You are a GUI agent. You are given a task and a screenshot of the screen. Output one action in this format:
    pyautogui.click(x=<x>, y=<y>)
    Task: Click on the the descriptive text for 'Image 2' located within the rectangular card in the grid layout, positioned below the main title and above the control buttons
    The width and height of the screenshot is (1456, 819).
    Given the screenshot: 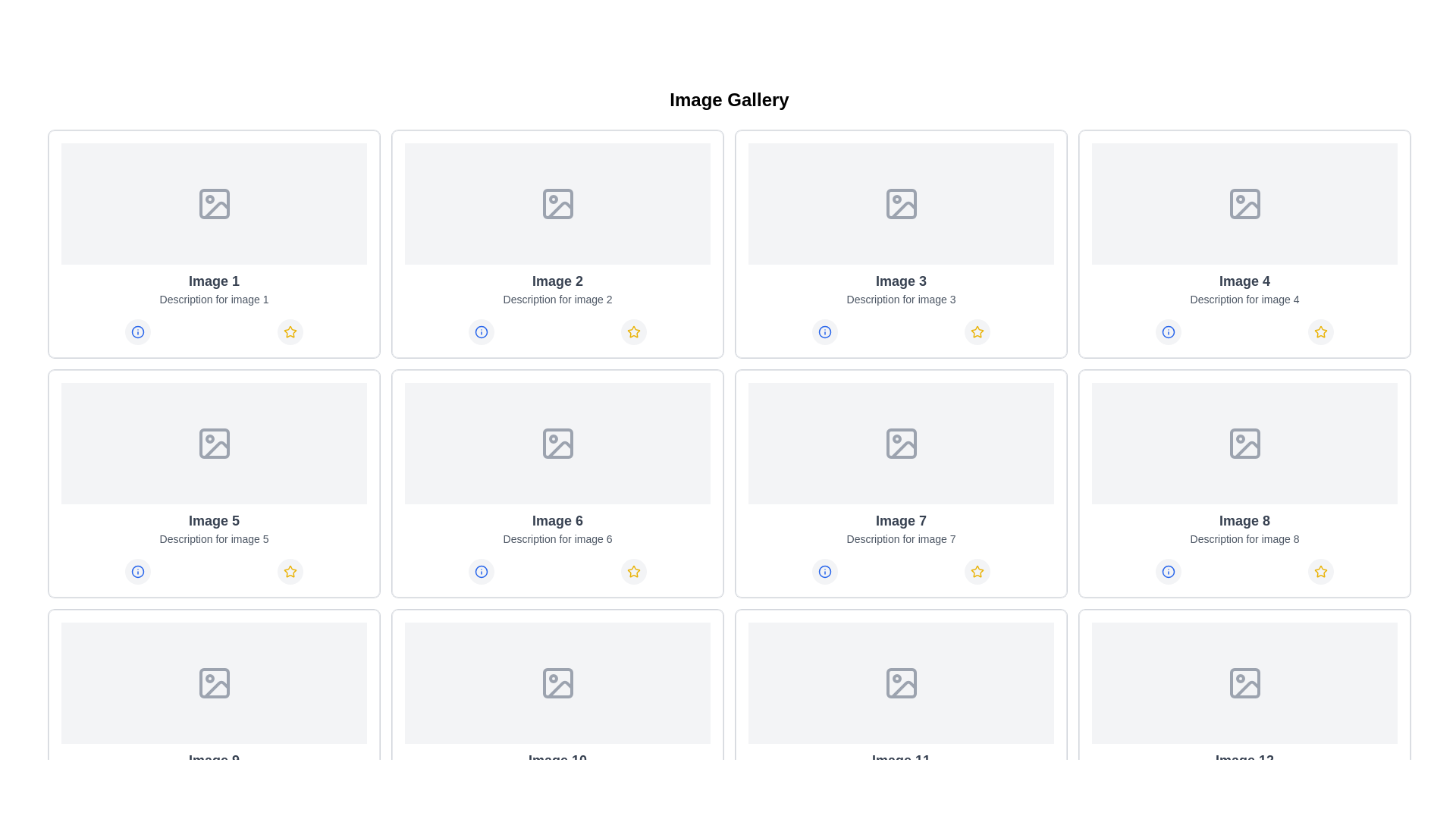 What is the action you would take?
    pyautogui.click(x=557, y=299)
    